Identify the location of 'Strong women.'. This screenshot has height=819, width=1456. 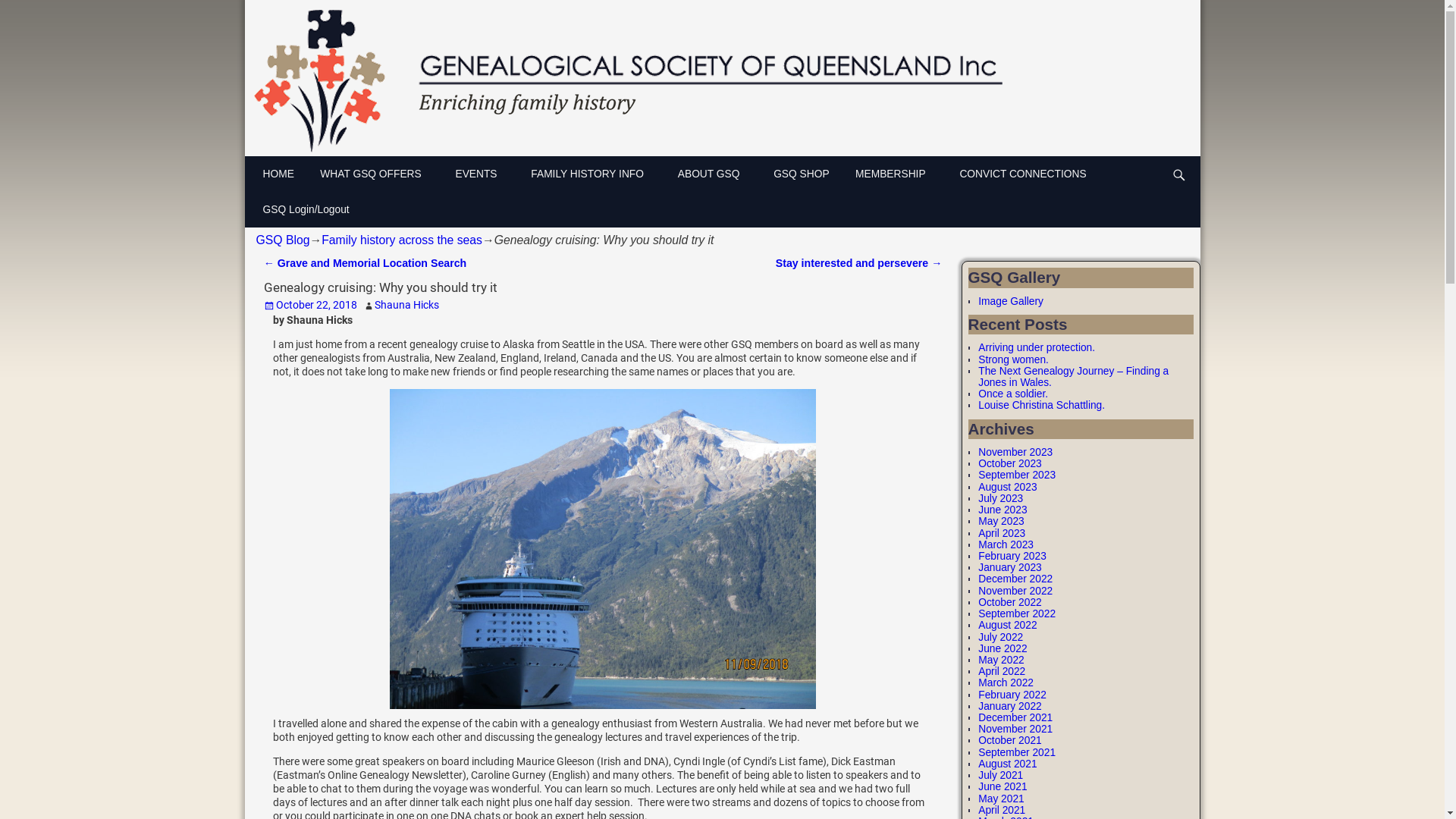
(1013, 359).